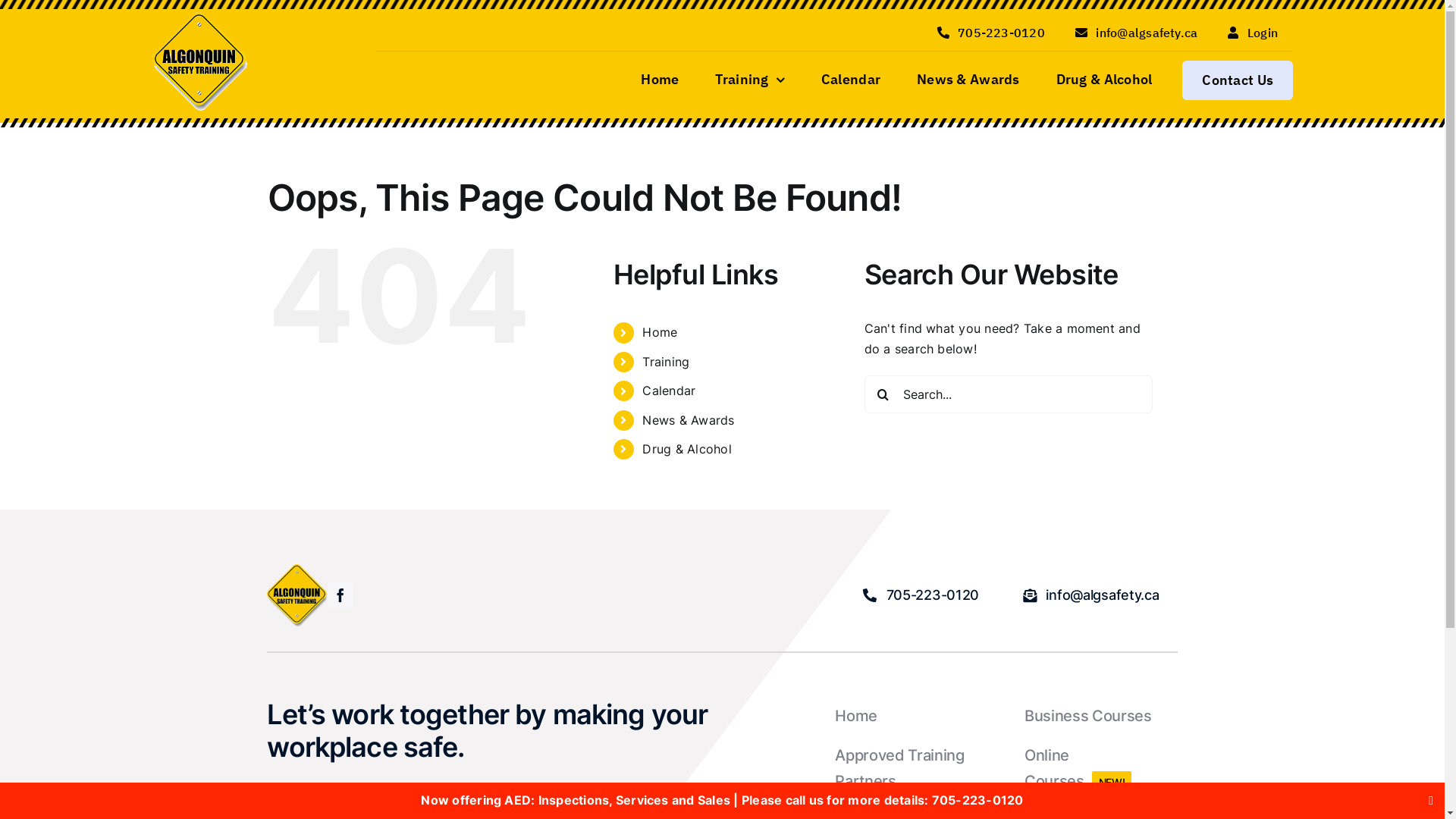 The width and height of the screenshot is (1456, 819). I want to click on '705-223-0120', so click(990, 32).